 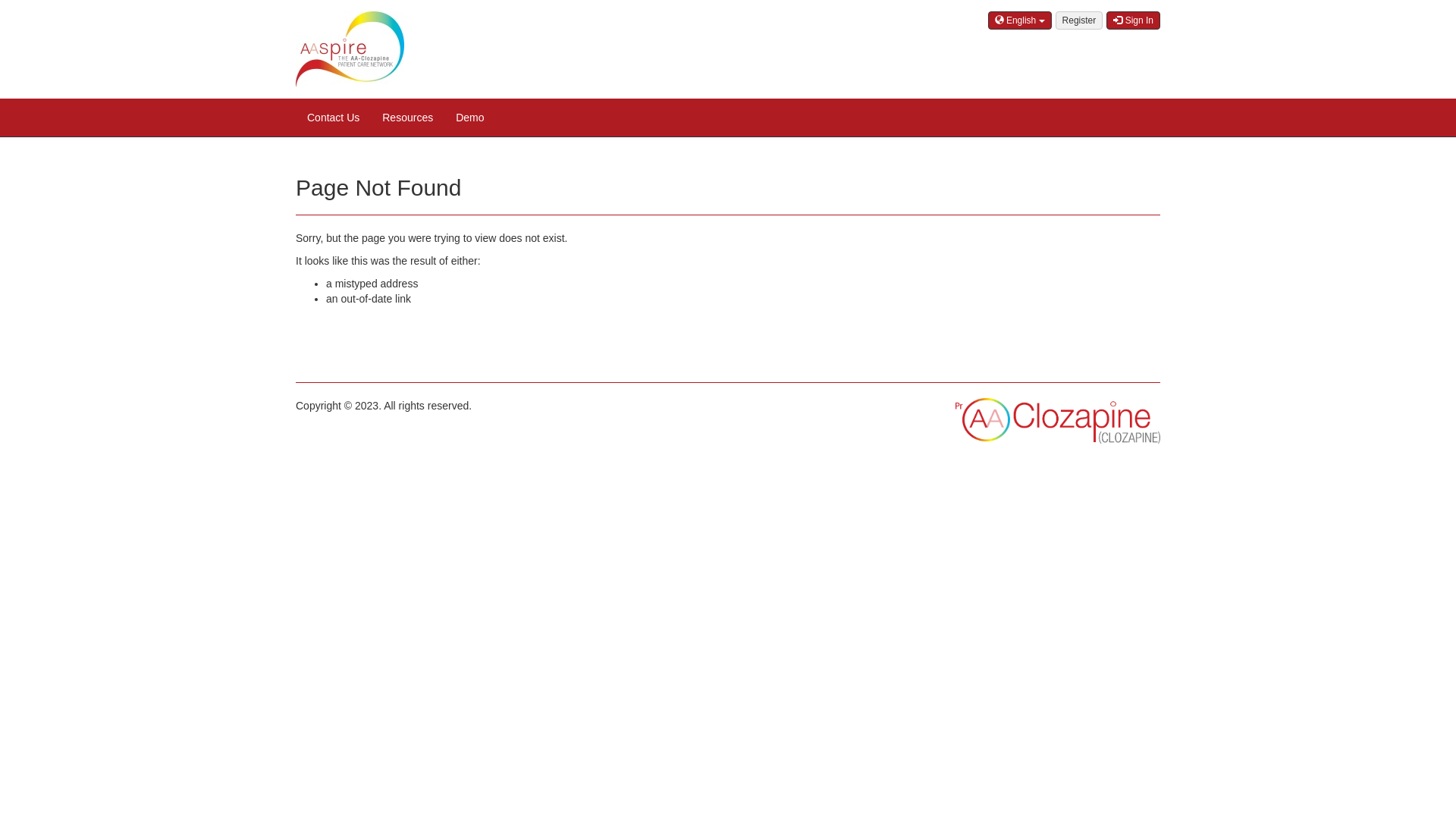 I want to click on 'Demo', so click(x=469, y=116).